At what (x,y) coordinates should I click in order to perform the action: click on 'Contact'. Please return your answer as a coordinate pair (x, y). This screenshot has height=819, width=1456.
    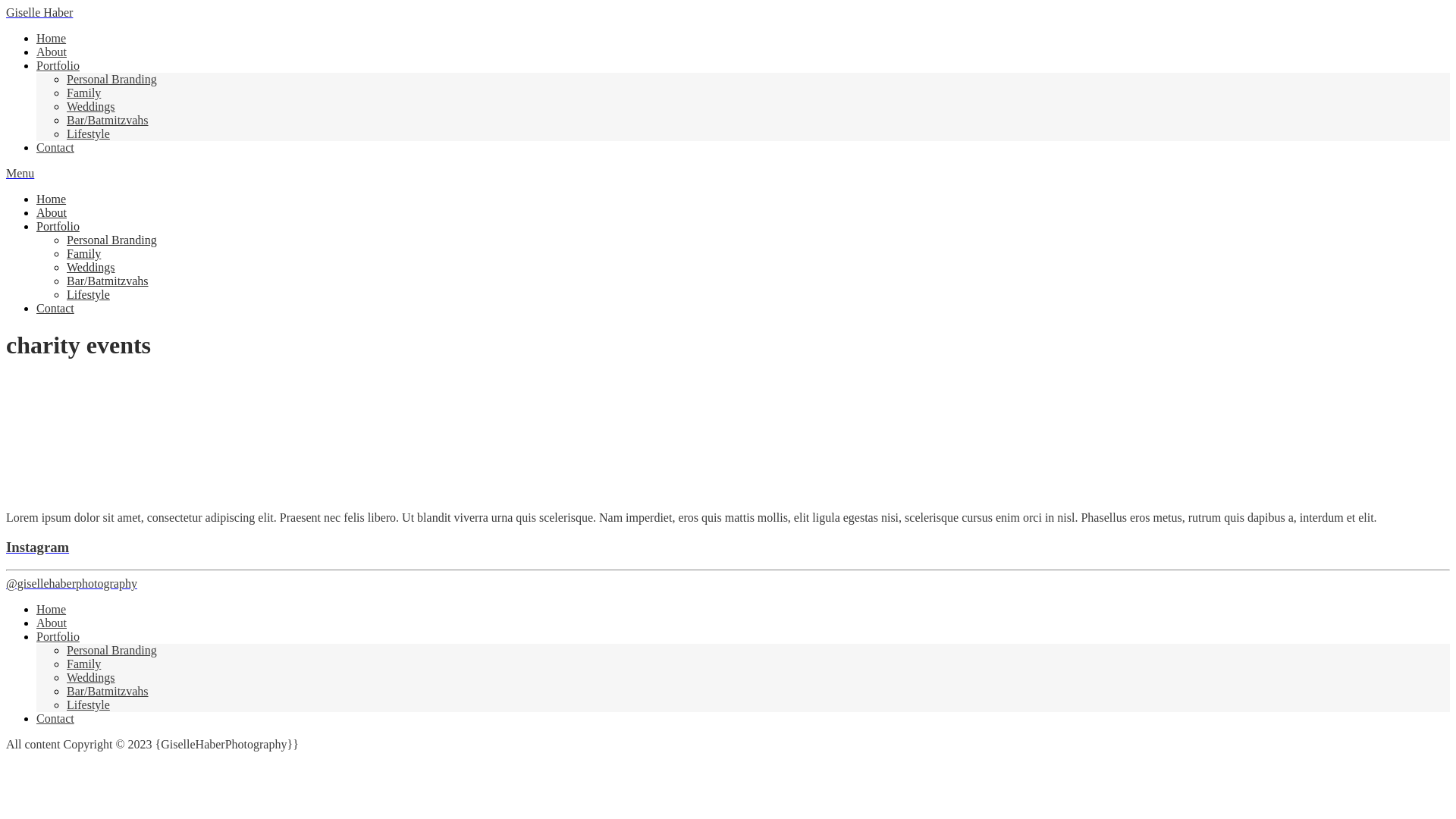
    Looking at the image, I should click on (55, 147).